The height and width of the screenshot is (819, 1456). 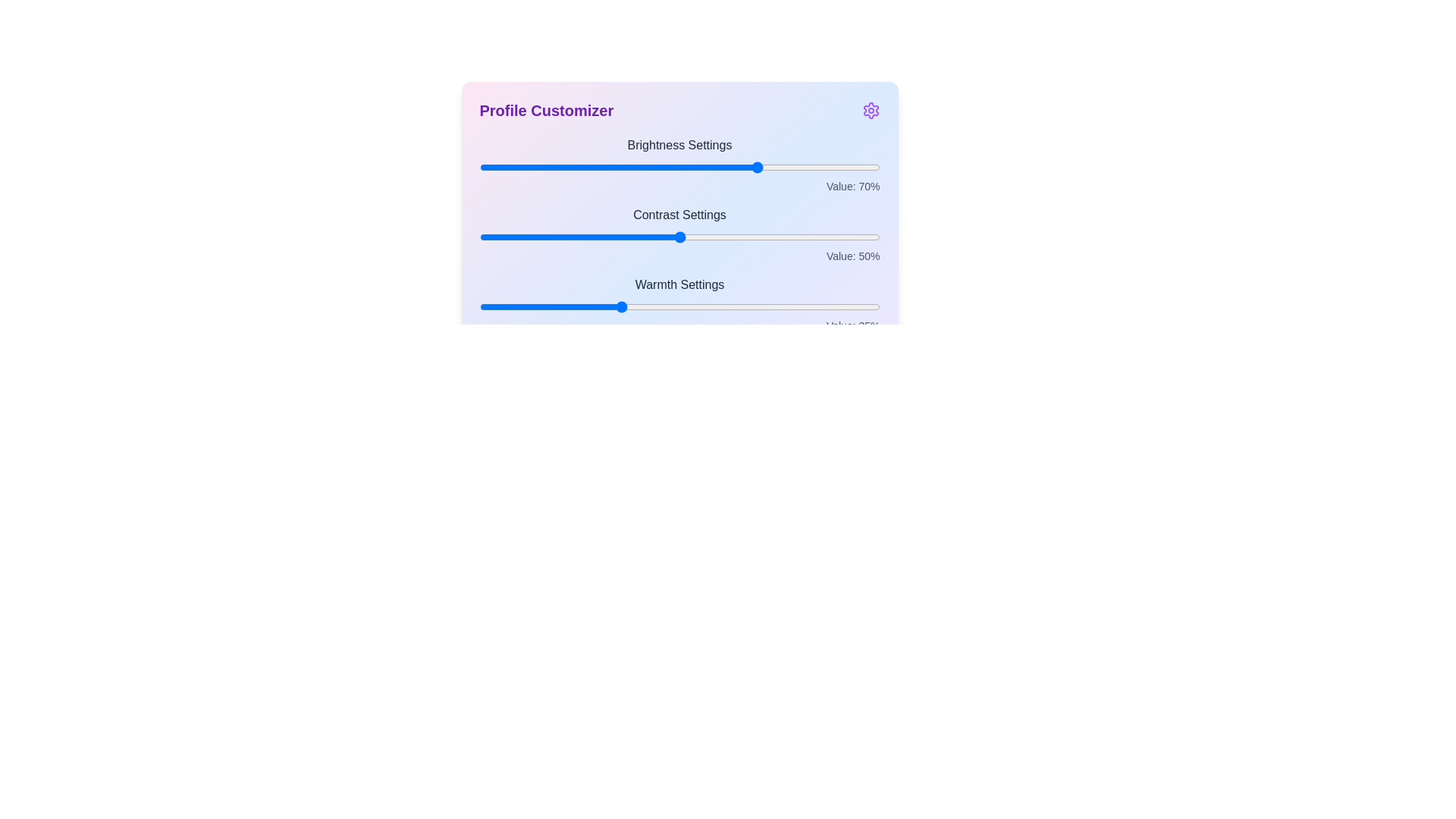 What do you see at coordinates (660, 167) in the screenshot?
I see `the 0 slider to 45%` at bounding box center [660, 167].